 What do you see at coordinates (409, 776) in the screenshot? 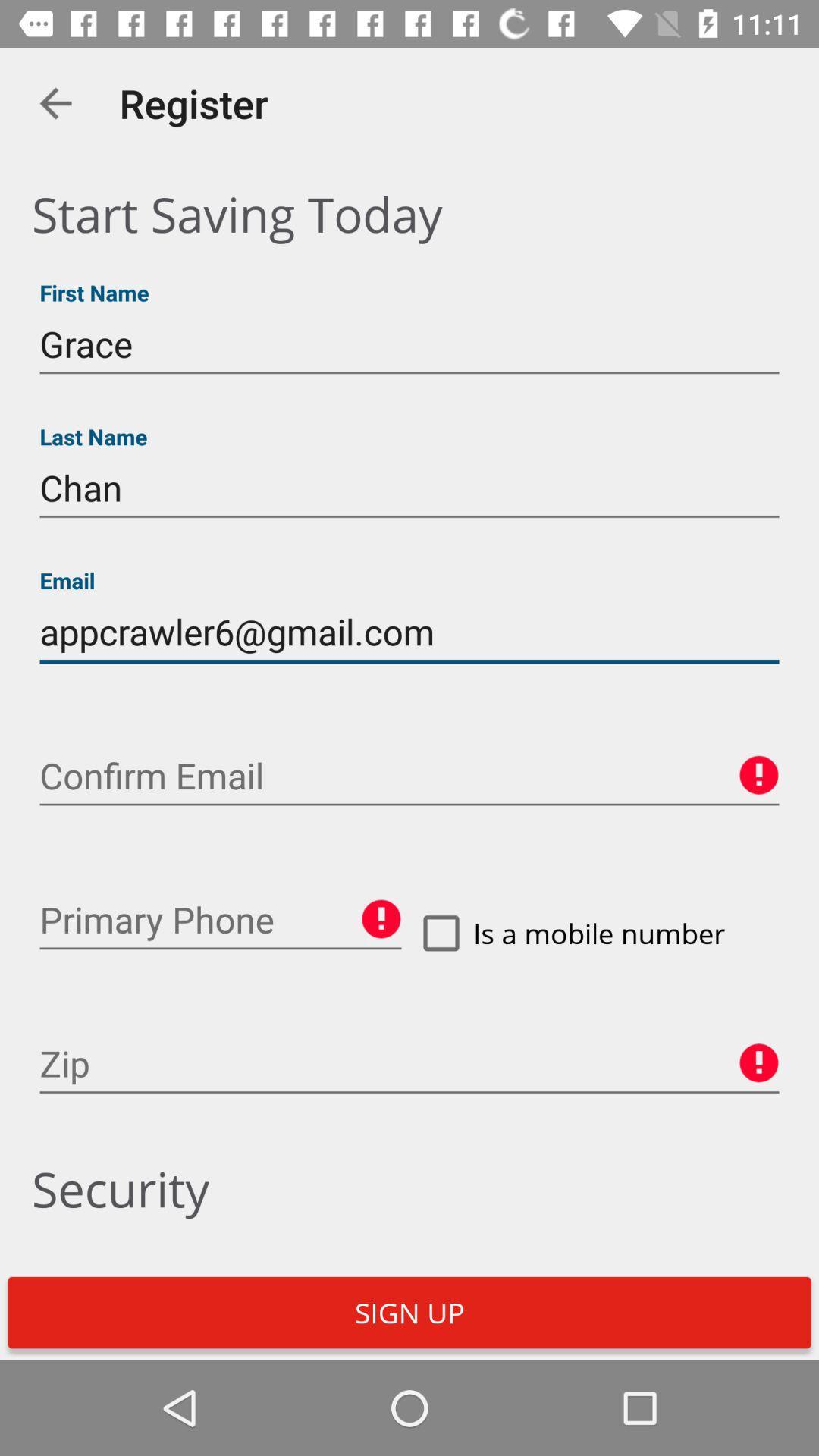
I see `confirm email` at bounding box center [409, 776].